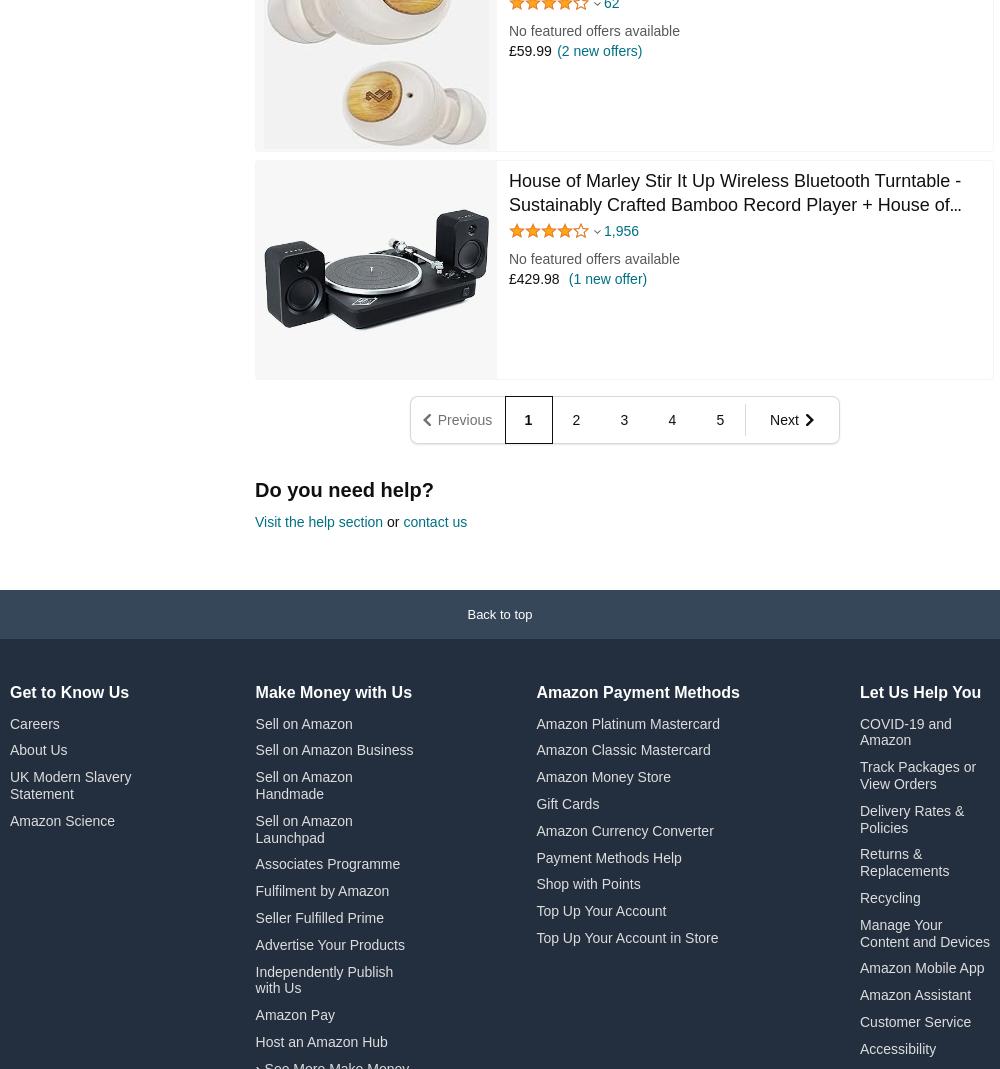 Image resolution: width=1000 pixels, height=1069 pixels. I want to click on 'Shop with Points', so click(587, 882).